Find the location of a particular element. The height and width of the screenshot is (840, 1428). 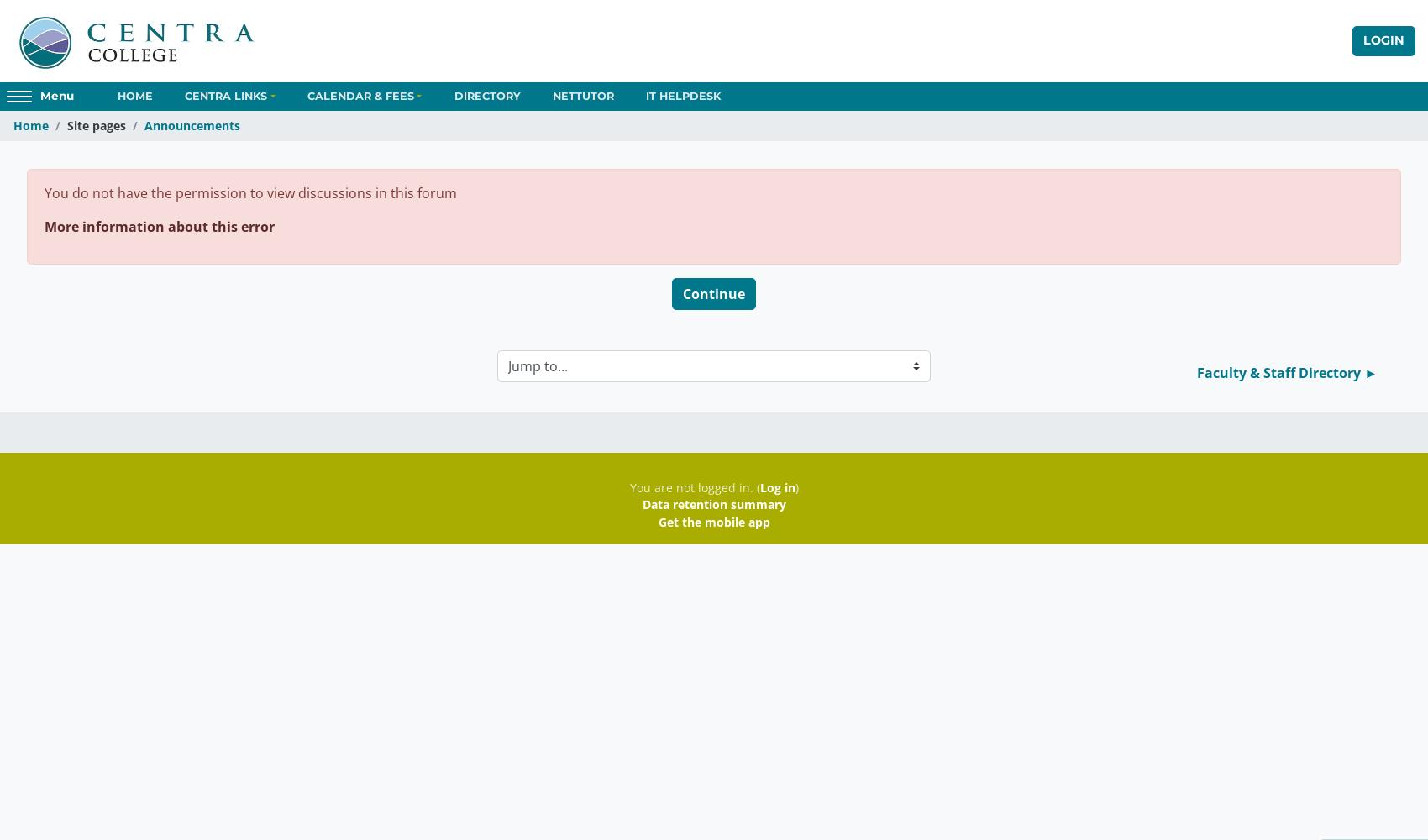

'You are not logged in. (' is located at coordinates (693, 486).